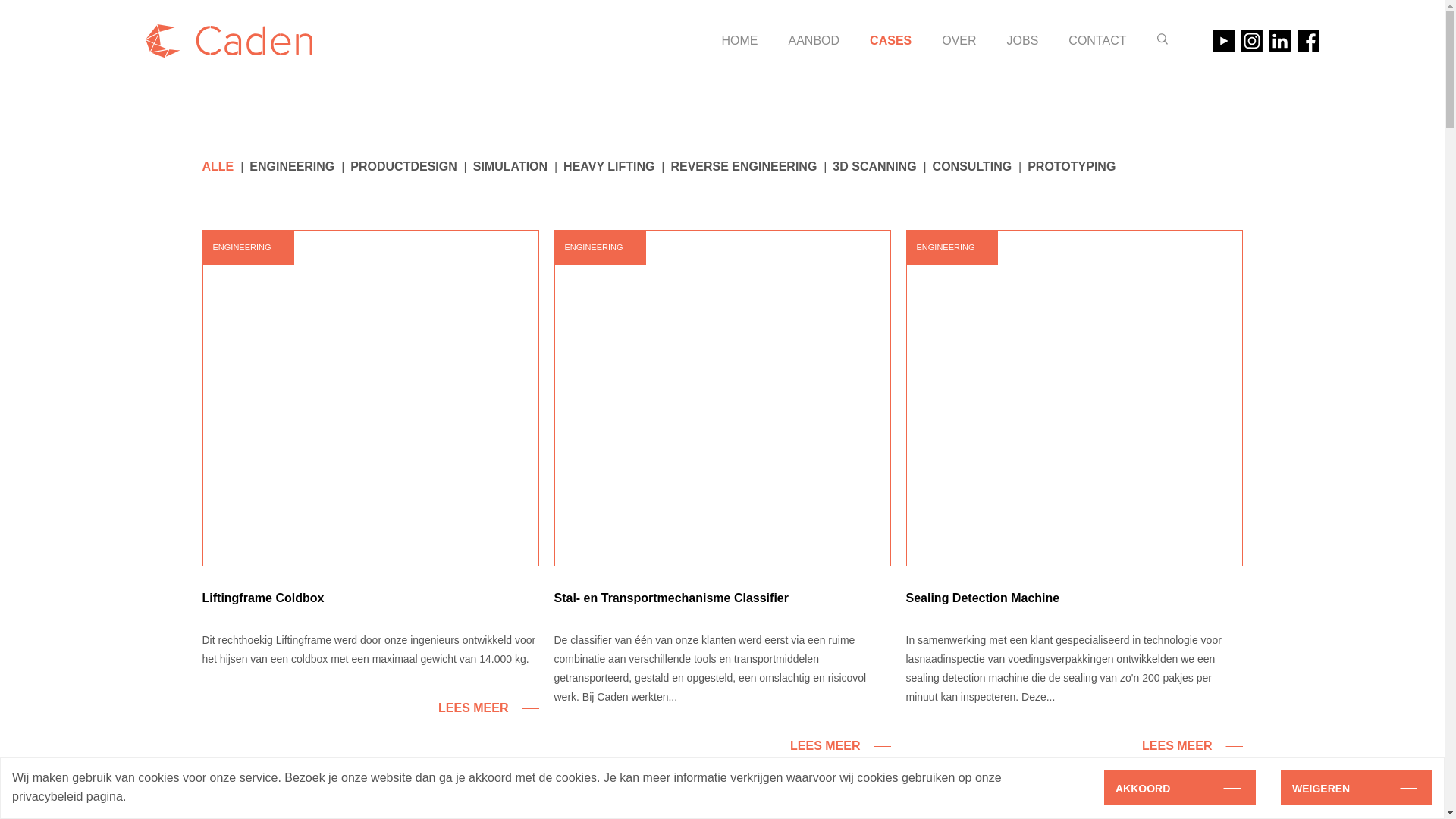  I want to click on 'HEAVY LIFTING', so click(563, 166).